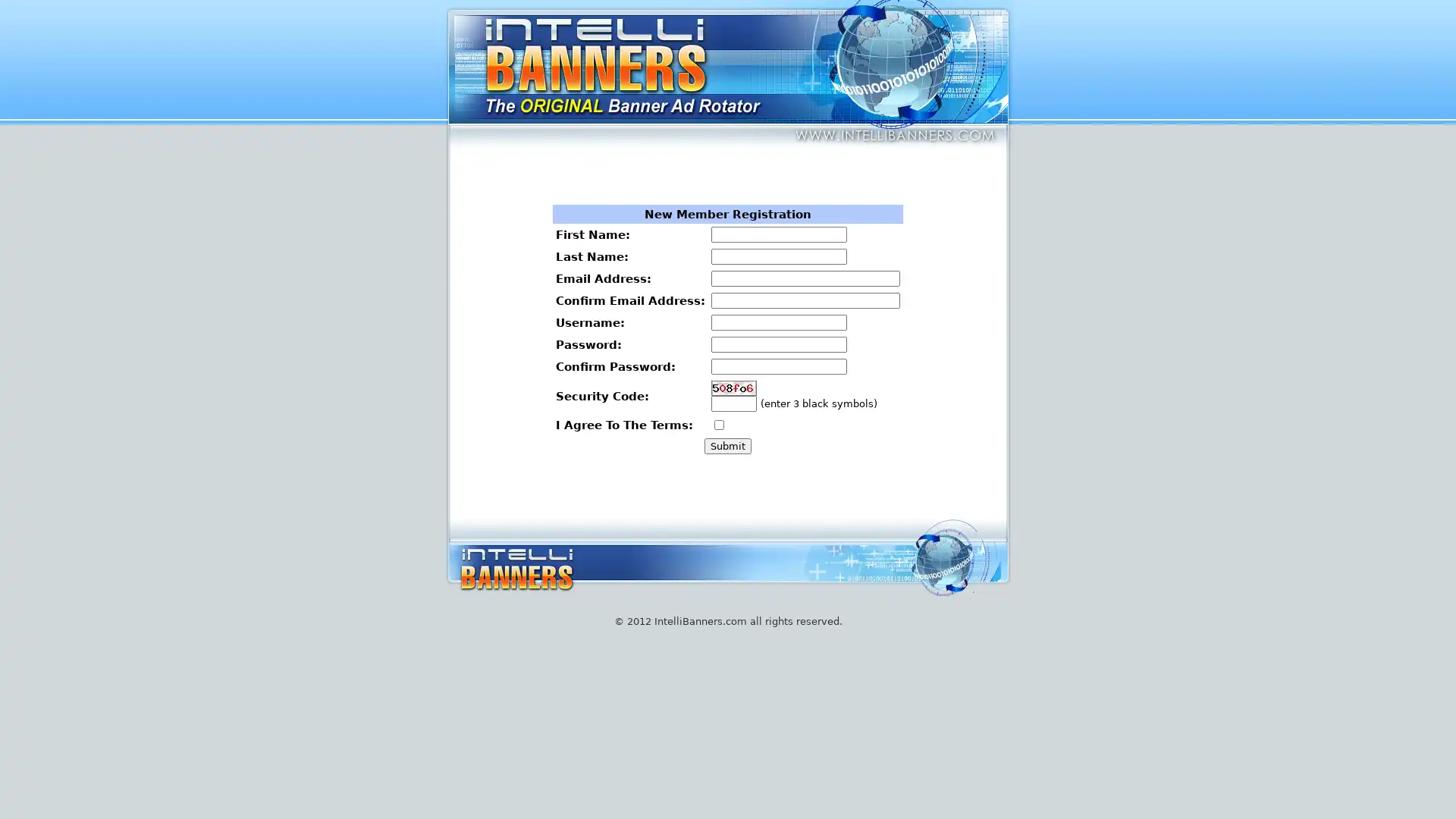 The image size is (1456, 819). What do you see at coordinates (726, 445) in the screenshot?
I see `Submit` at bounding box center [726, 445].